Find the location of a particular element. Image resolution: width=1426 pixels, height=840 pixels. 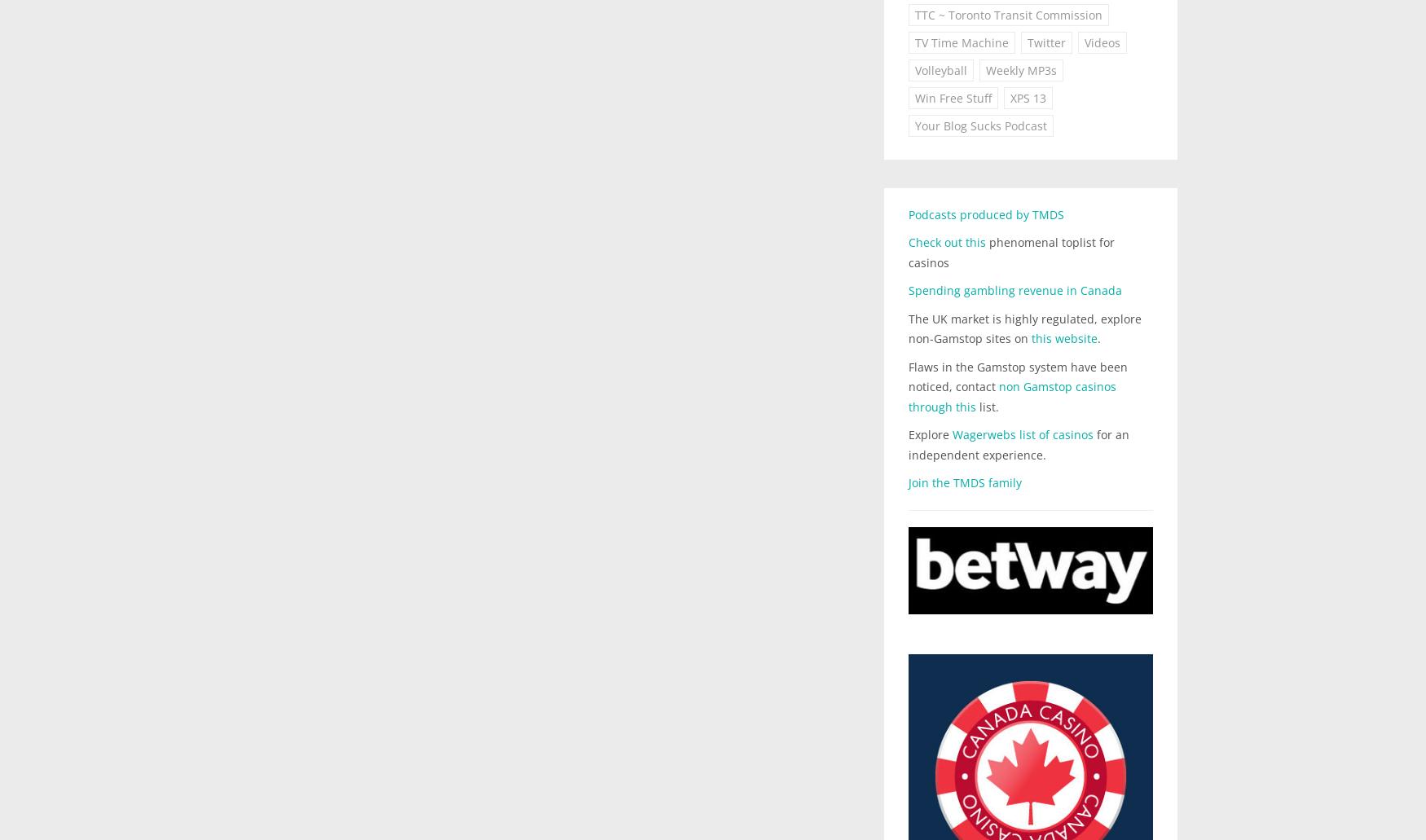

'Win Free Stuff' is located at coordinates (914, 96).